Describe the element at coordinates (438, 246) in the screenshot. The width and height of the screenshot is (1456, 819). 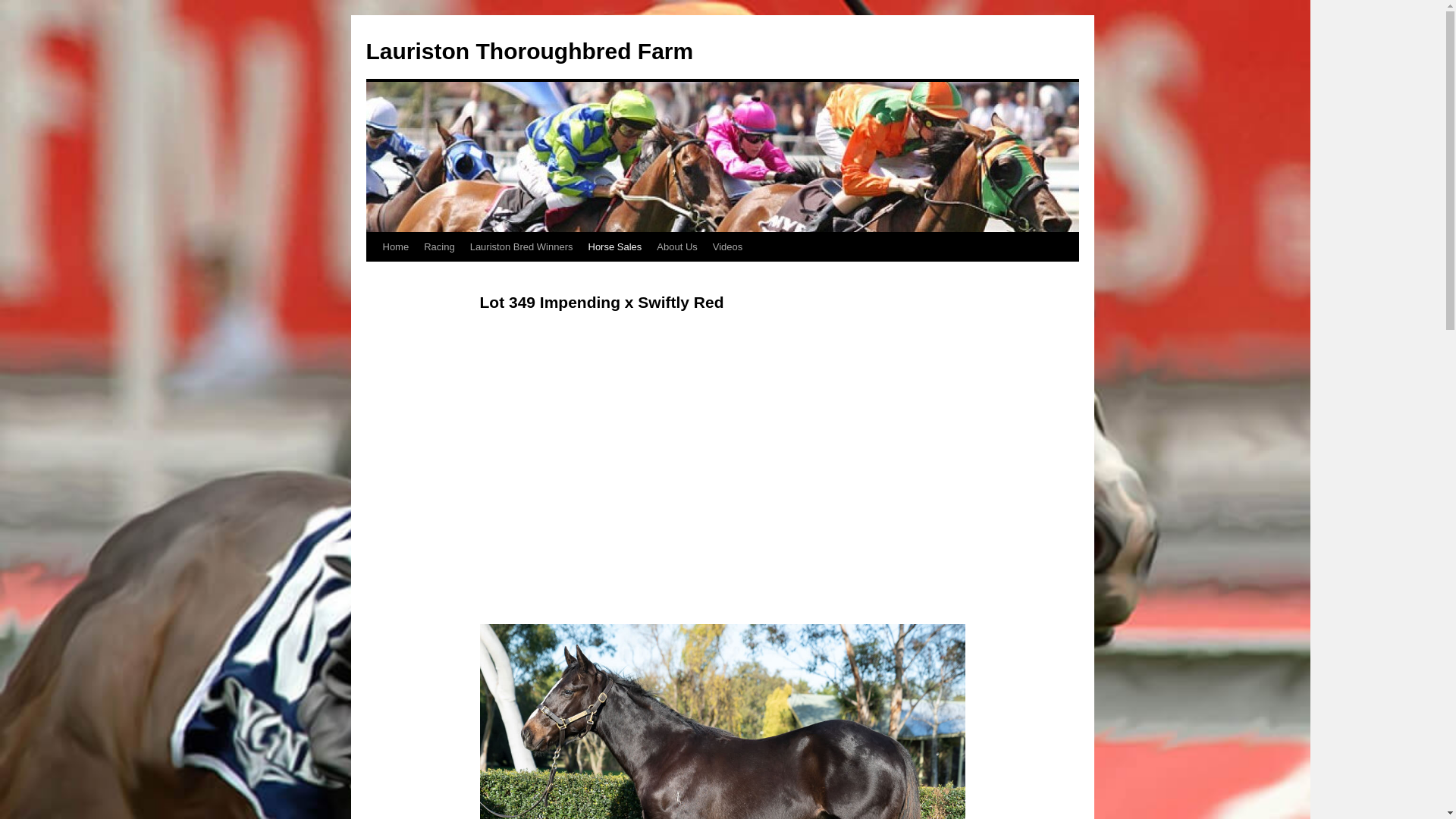
I see `'Racing'` at that location.